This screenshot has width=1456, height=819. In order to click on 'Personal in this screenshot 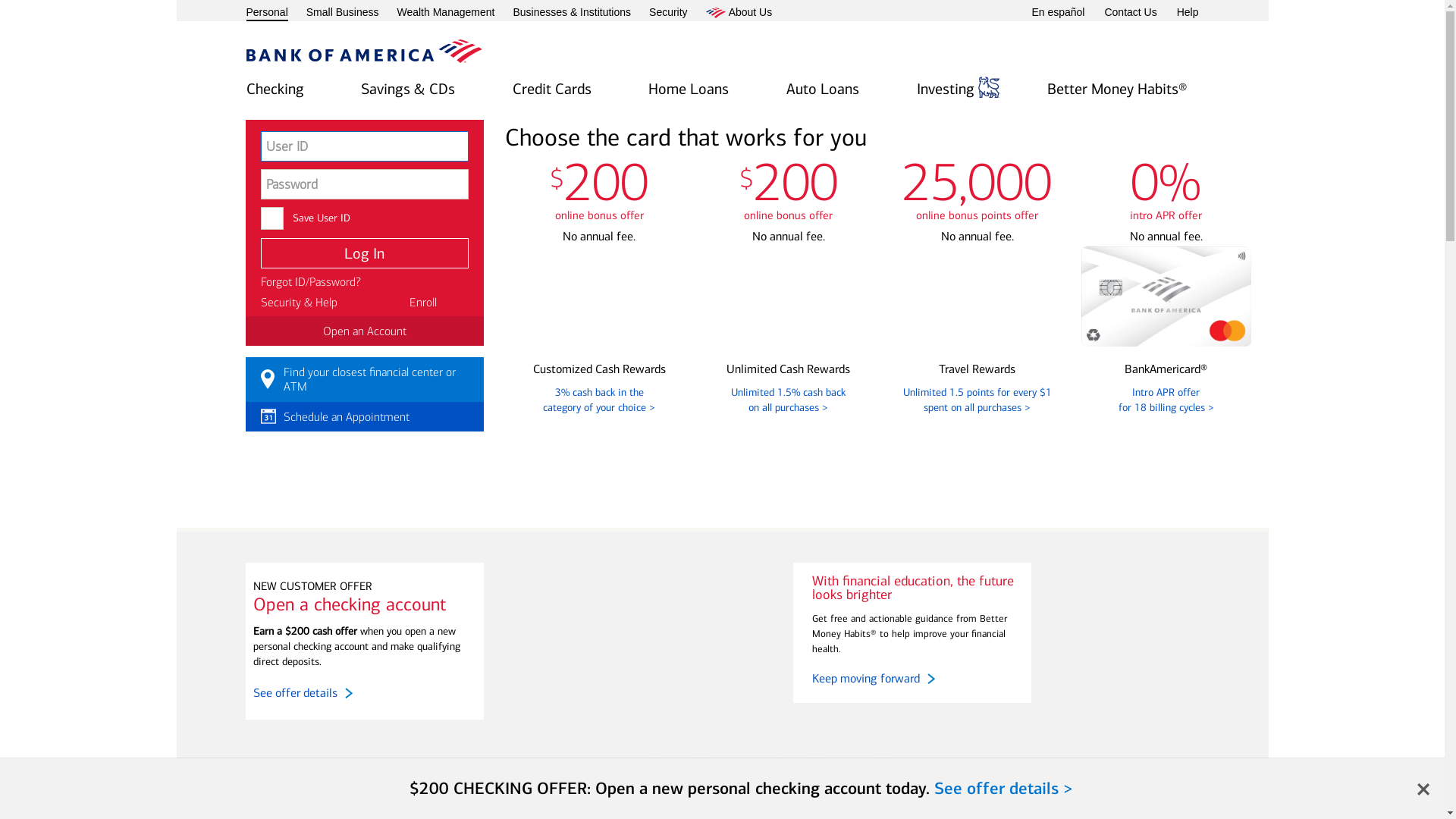, I will do `click(266, 14)`.